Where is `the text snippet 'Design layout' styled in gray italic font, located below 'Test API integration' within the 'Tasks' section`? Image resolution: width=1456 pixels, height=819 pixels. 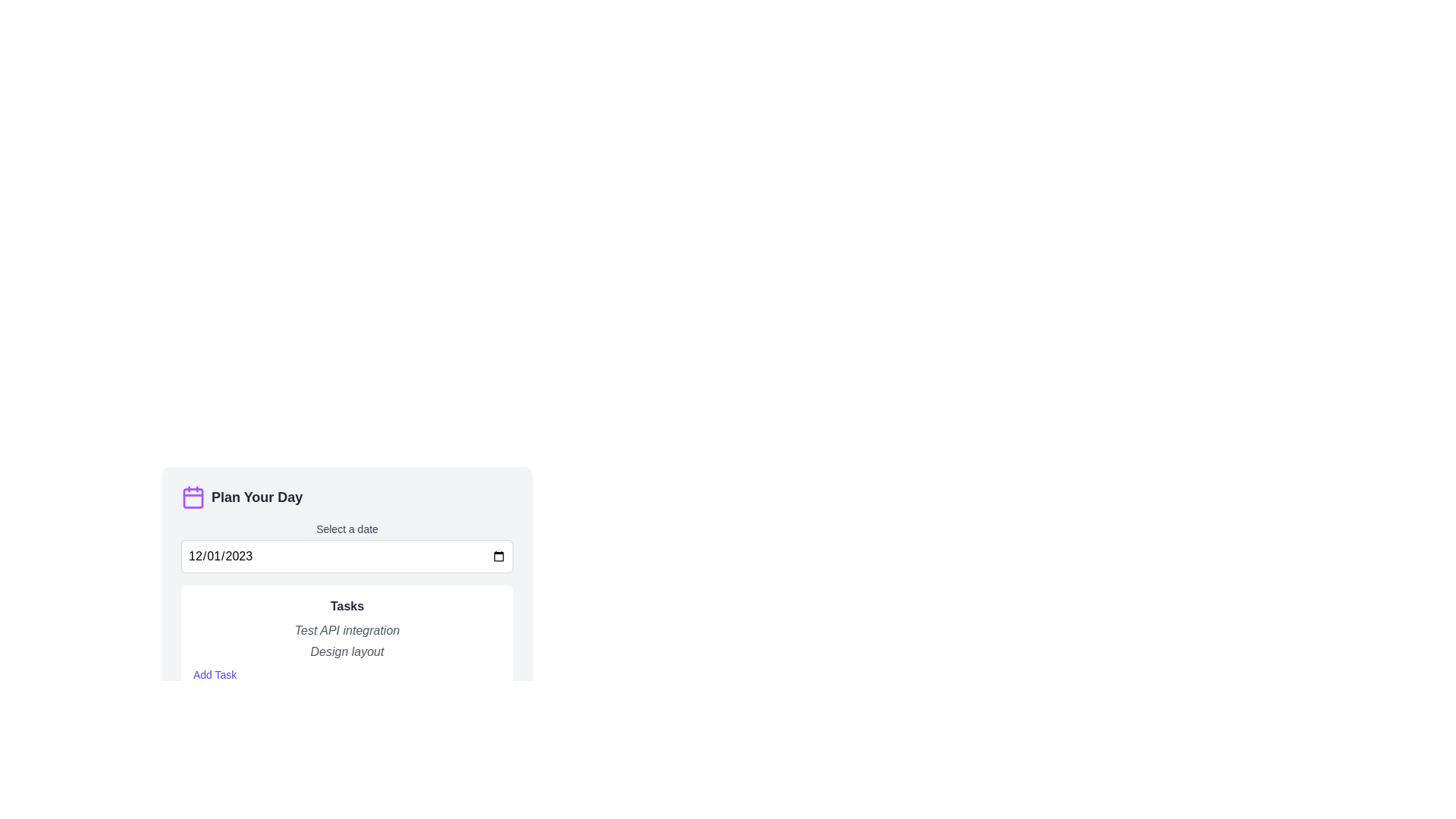
the text snippet 'Design layout' styled in gray italic font, located below 'Test API integration' within the 'Tasks' section is located at coordinates (346, 651).